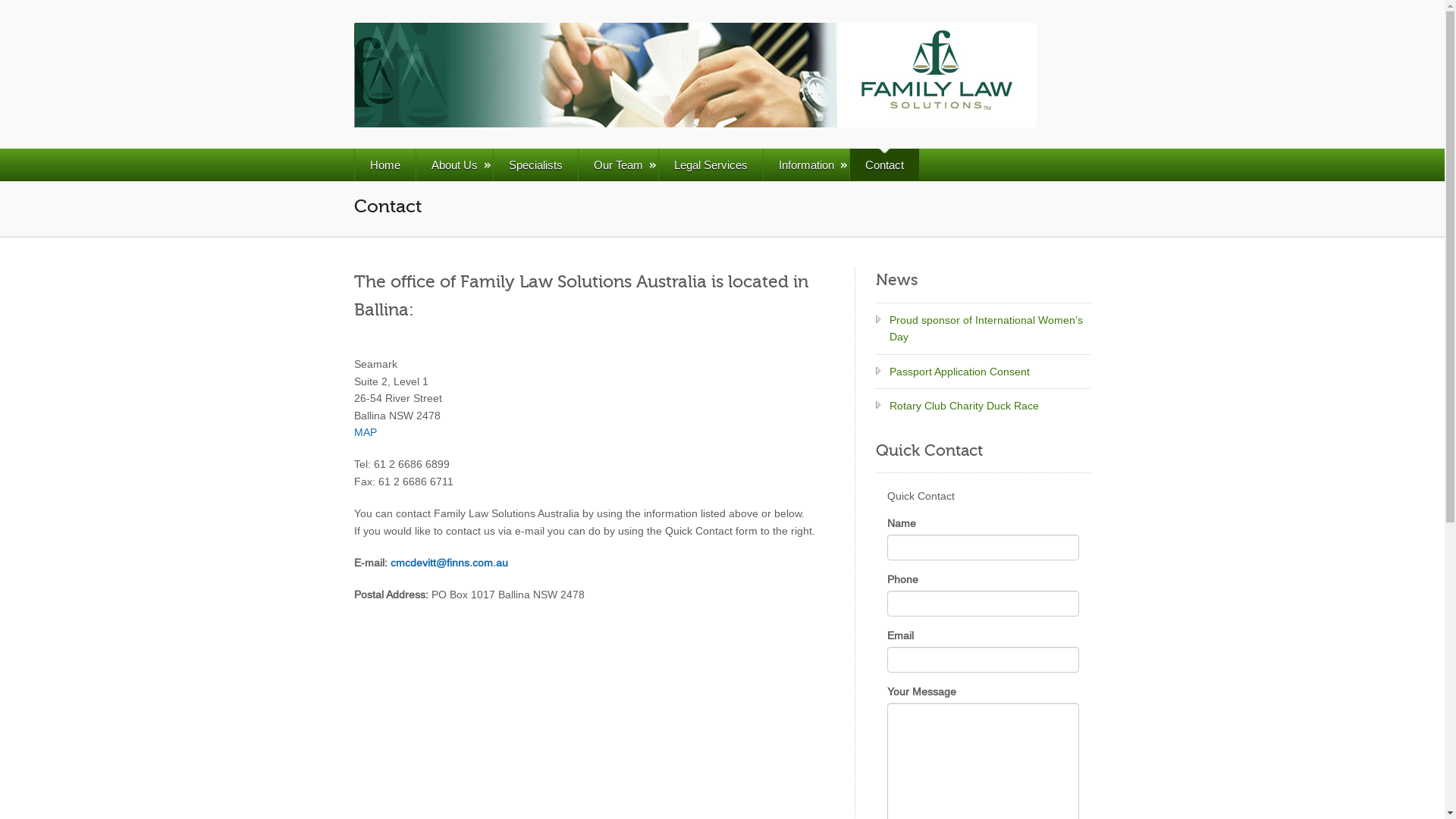 This screenshot has width=1456, height=819. What do you see at coordinates (453, 164) in the screenshot?
I see `'About Us'` at bounding box center [453, 164].